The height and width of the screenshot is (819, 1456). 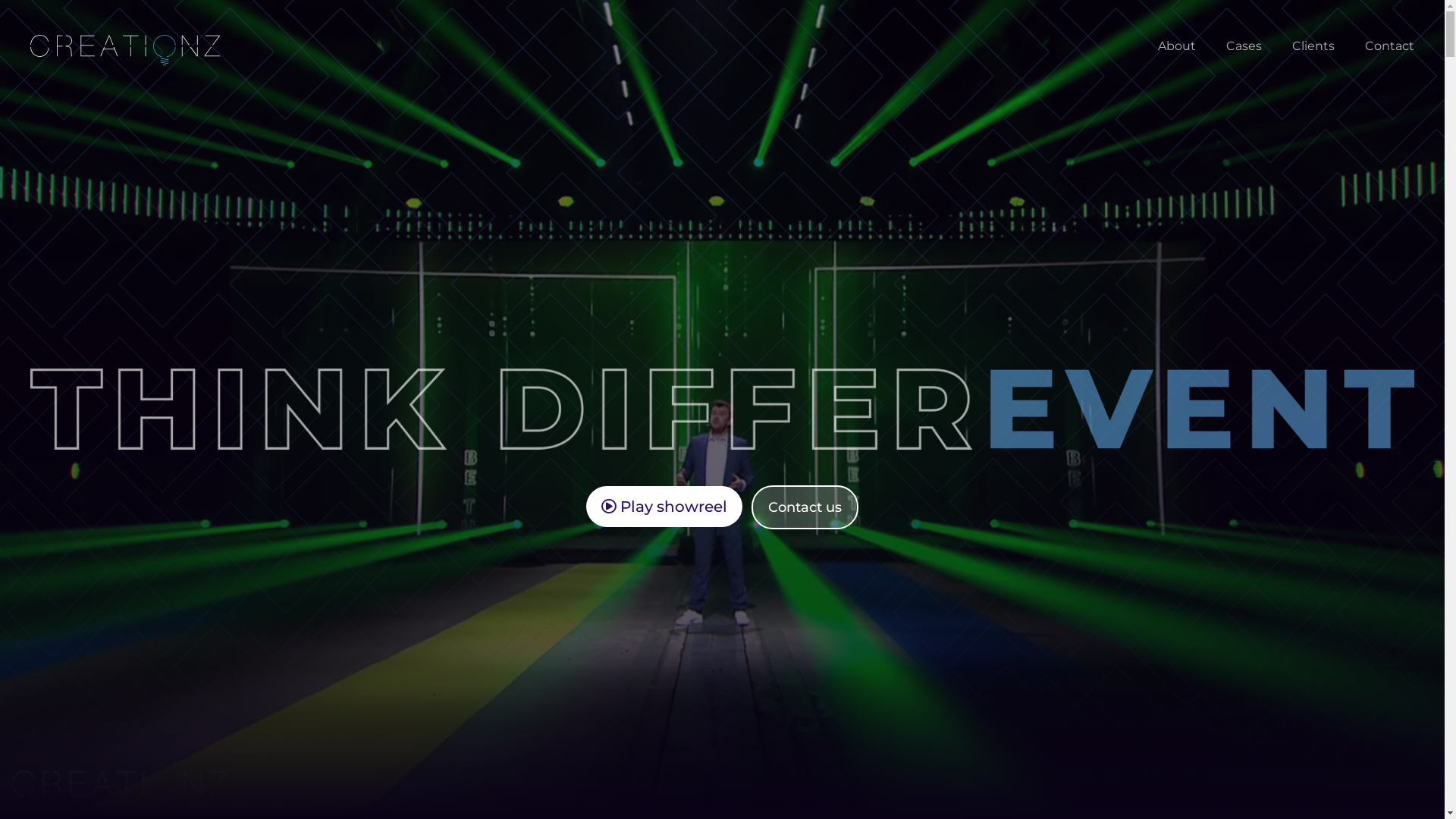 I want to click on 'Contact', so click(x=1365, y=45).